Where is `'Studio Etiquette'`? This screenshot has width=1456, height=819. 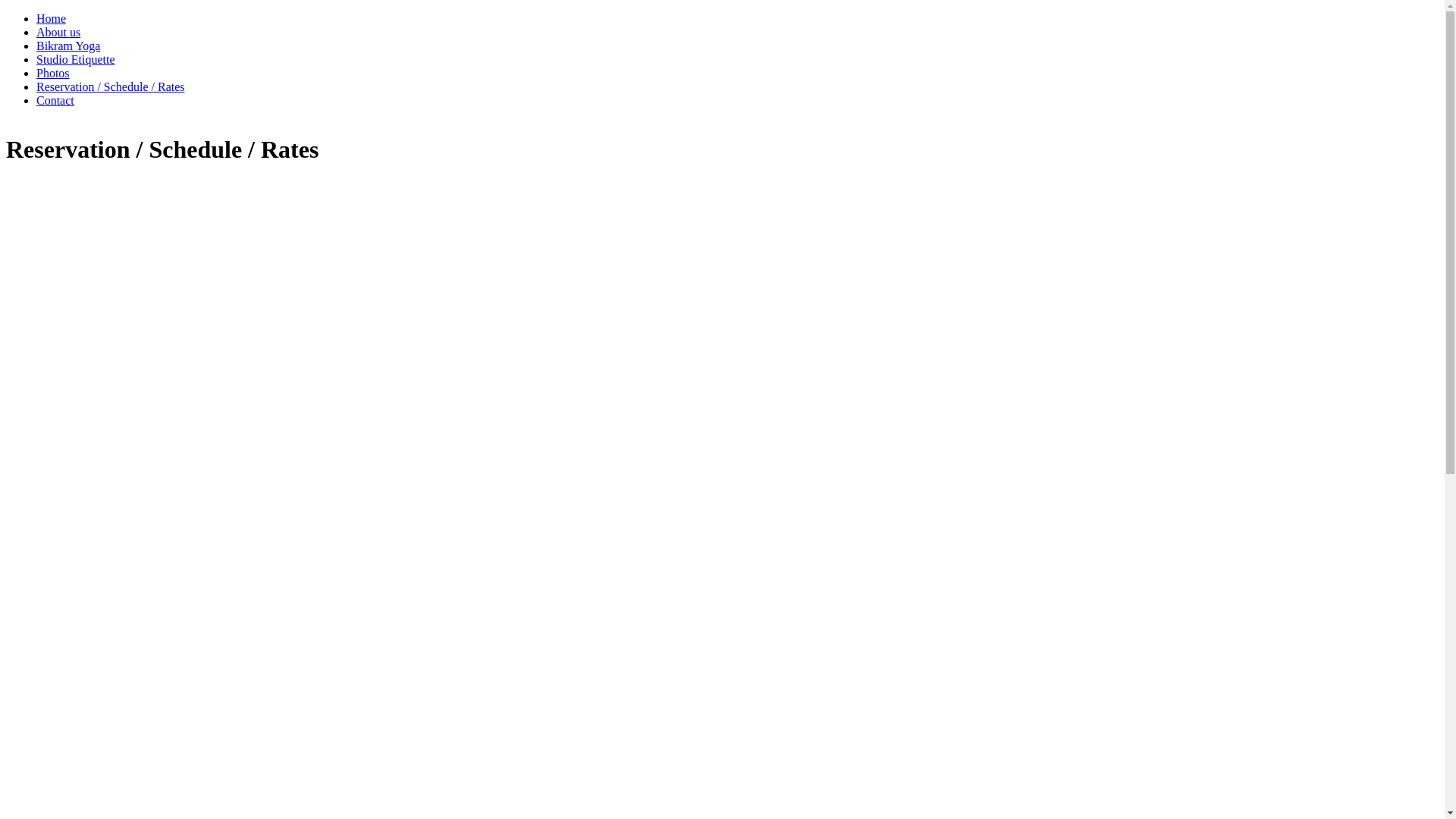 'Studio Etiquette' is located at coordinates (36, 58).